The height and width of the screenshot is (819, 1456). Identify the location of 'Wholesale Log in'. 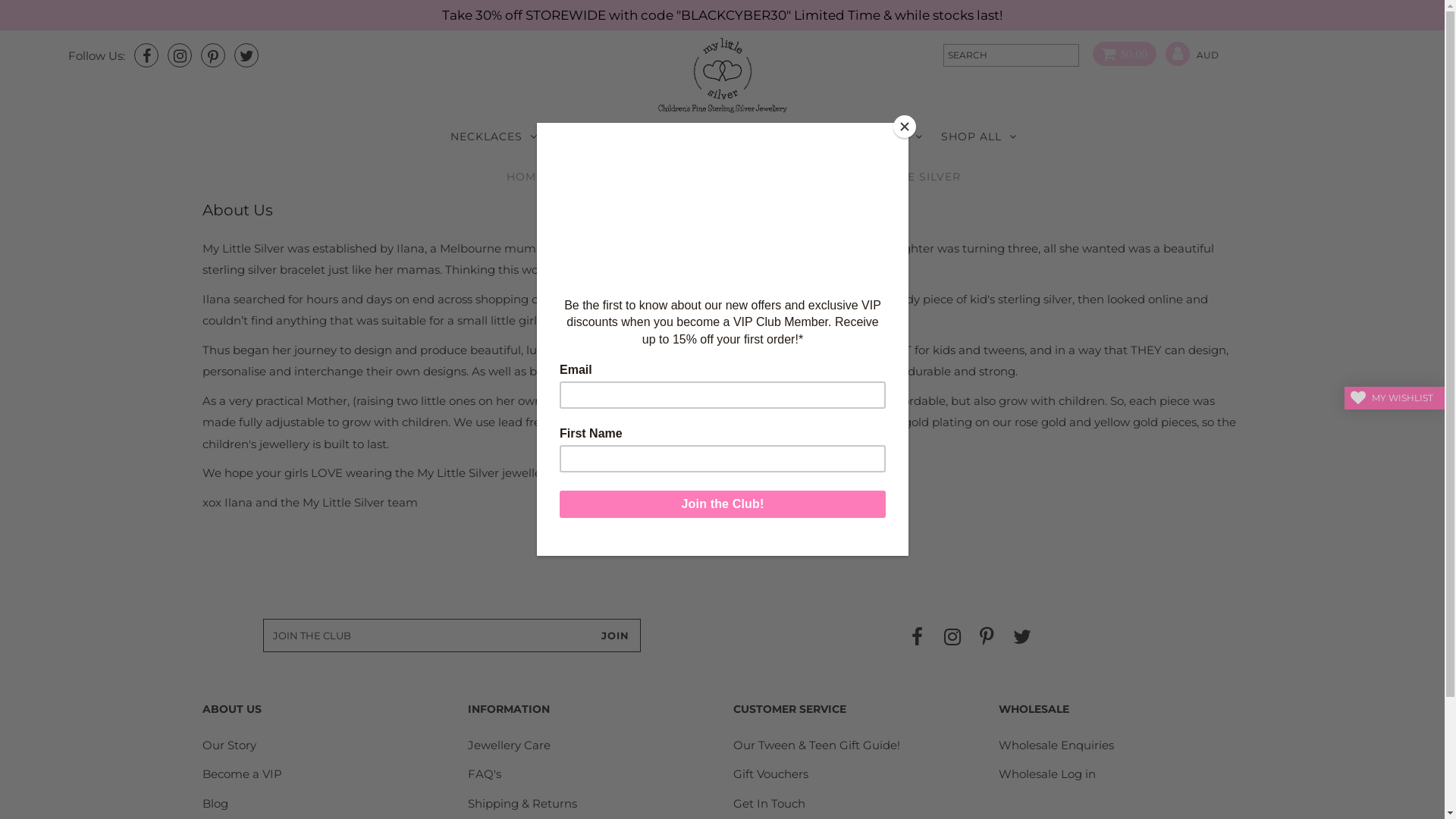
(1046, 773).